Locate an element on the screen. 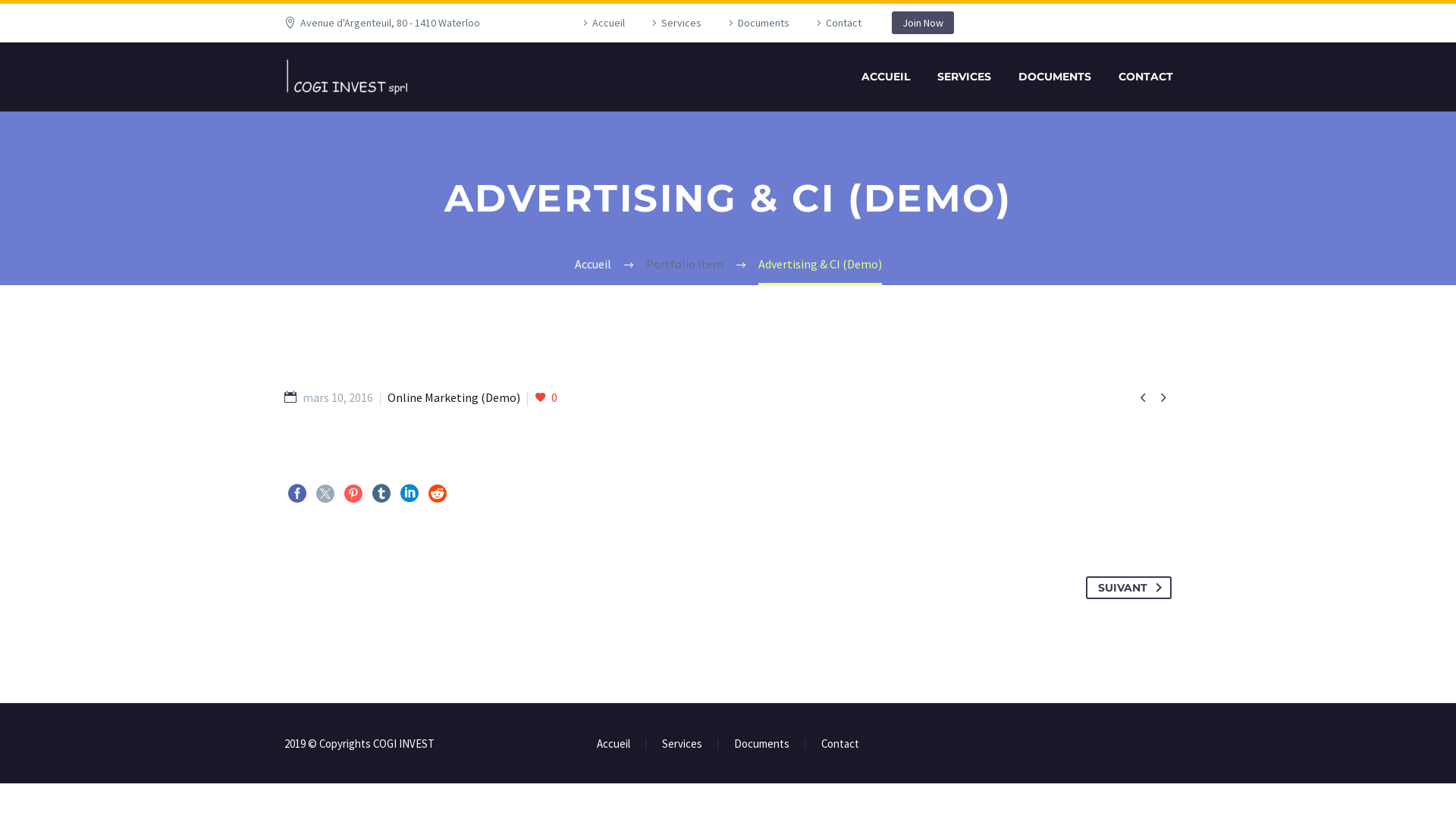 Image resolution: width=1456 pixels, height=819 pixels. '0' is located at coordinates (546, 397).